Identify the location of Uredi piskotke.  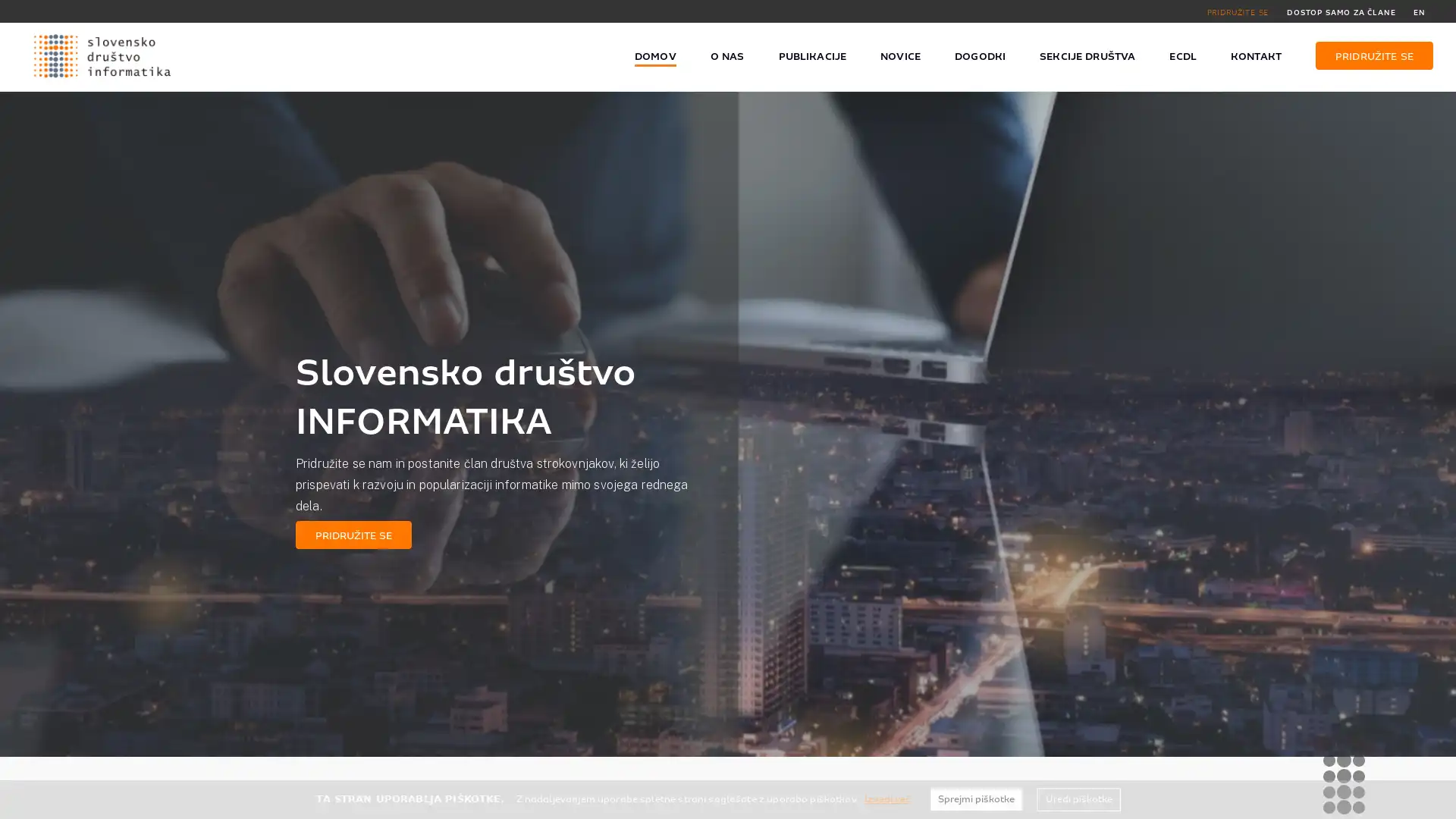
(1077, 799).